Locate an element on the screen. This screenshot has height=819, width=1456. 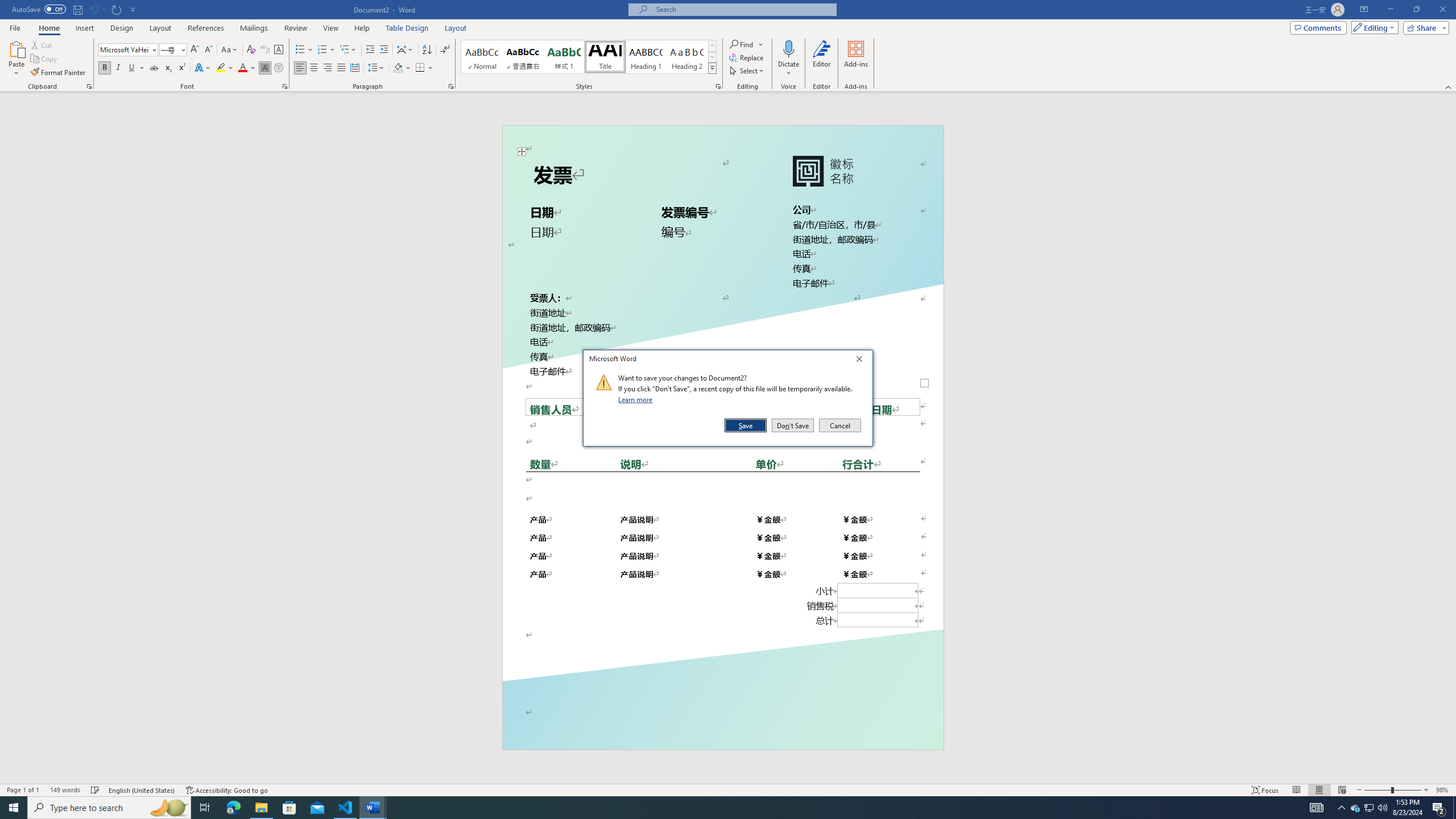
'Increase Indent' is located at coordinates (383, 49).